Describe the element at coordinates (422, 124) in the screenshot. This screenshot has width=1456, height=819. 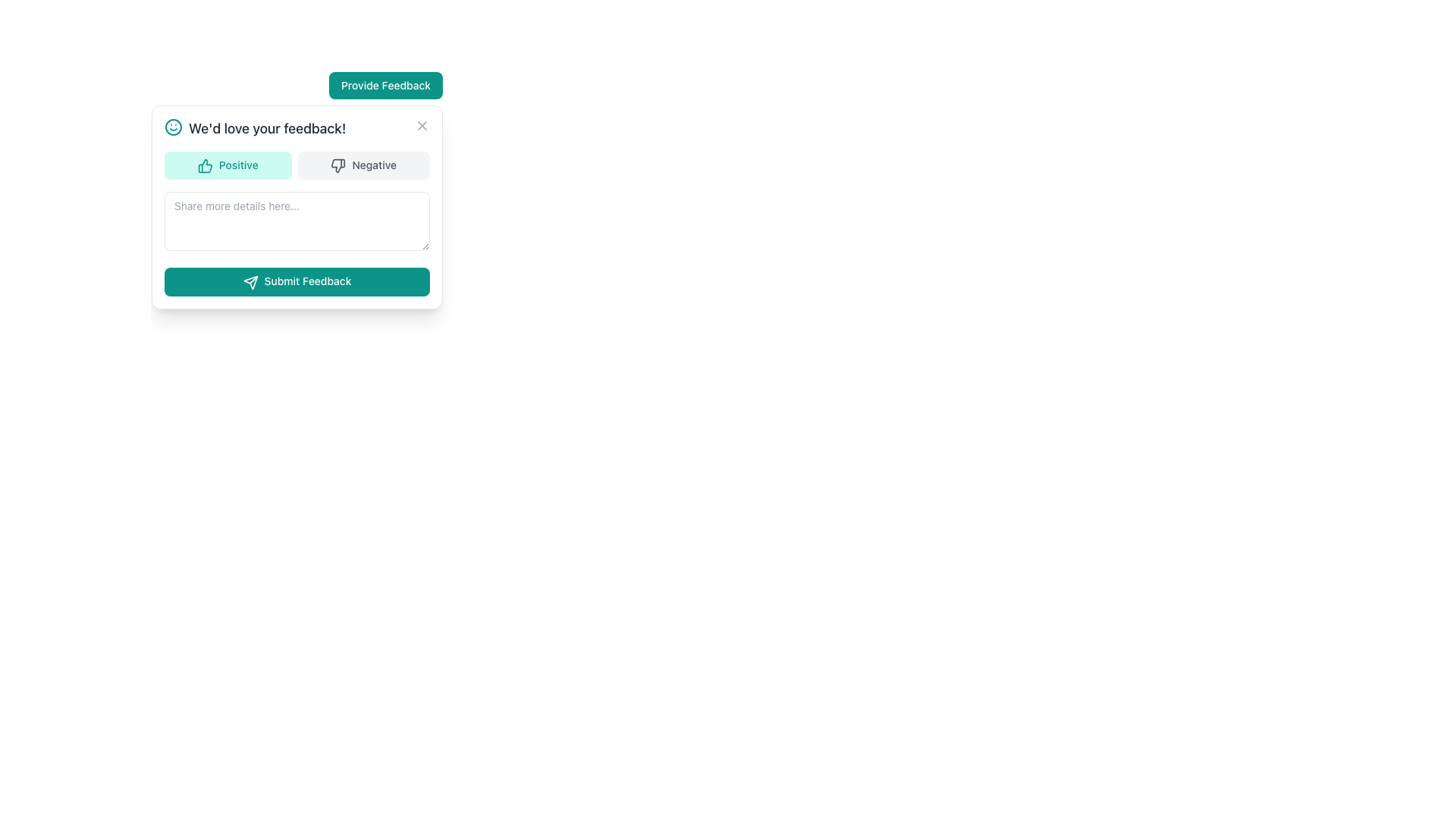
I see `the close button located at the top-right corner of the feedback dialog titled 'We'd love your feedback!'` at that location.